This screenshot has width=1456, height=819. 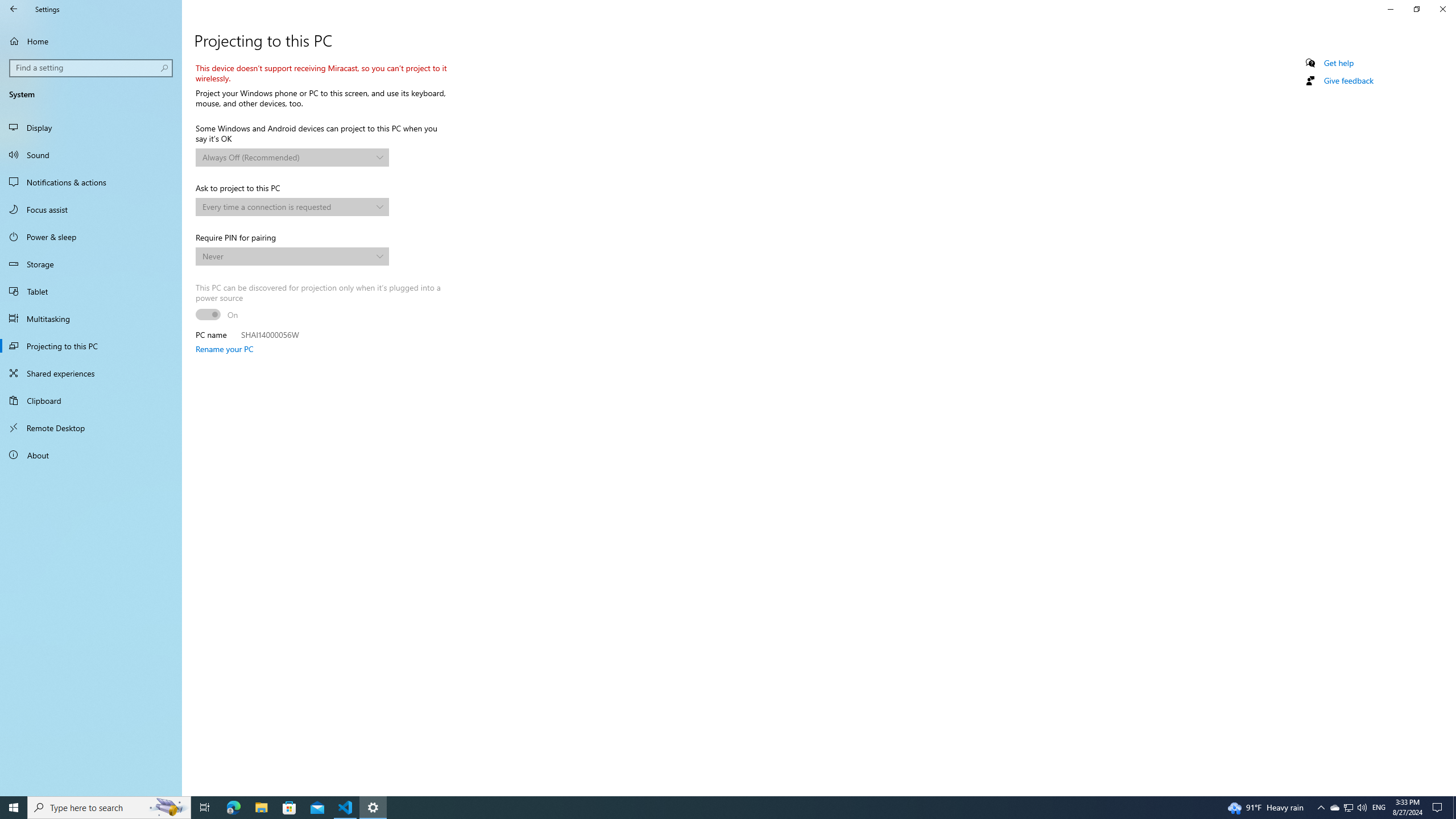 What do you see at coordinates (90, 400) in the screenshot?
I see `'Clipboard'` at bounding box center [90, 400].